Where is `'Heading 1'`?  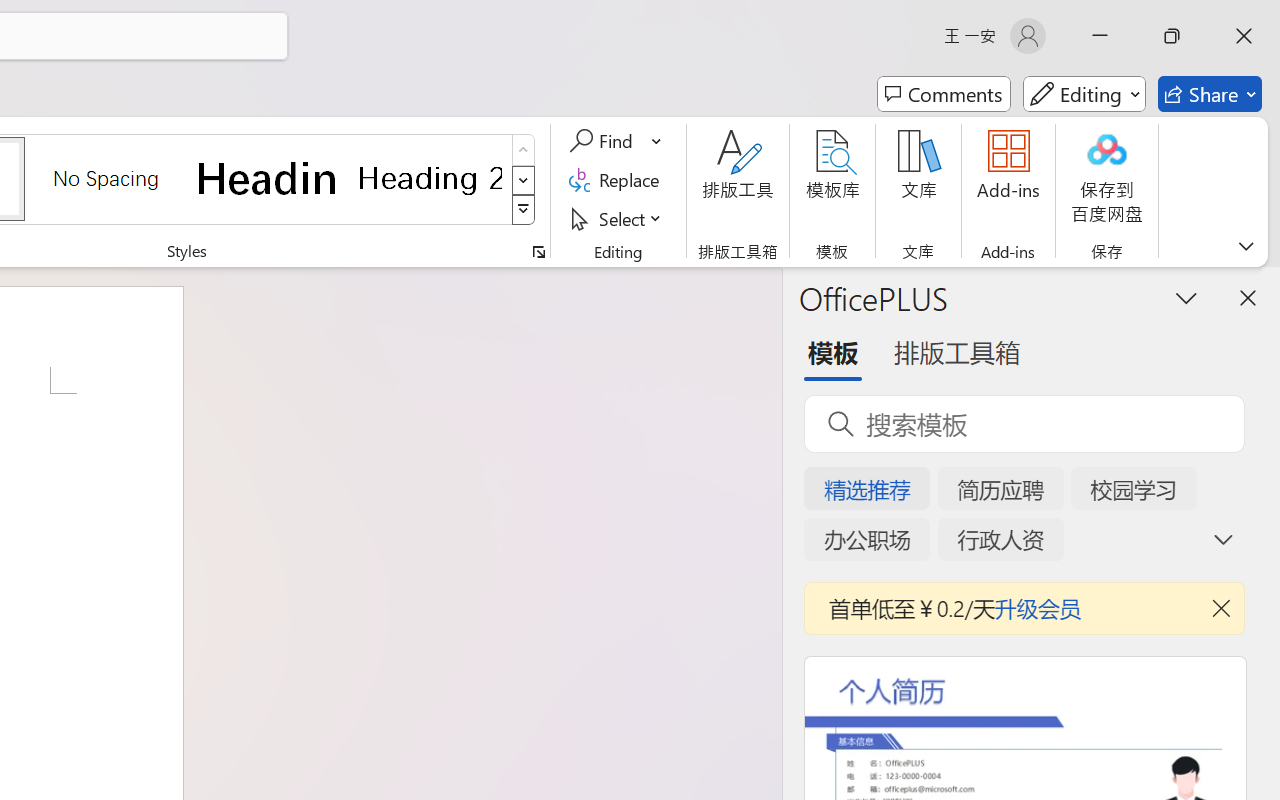 'Heading 1' is located at coordinates (267, 177).